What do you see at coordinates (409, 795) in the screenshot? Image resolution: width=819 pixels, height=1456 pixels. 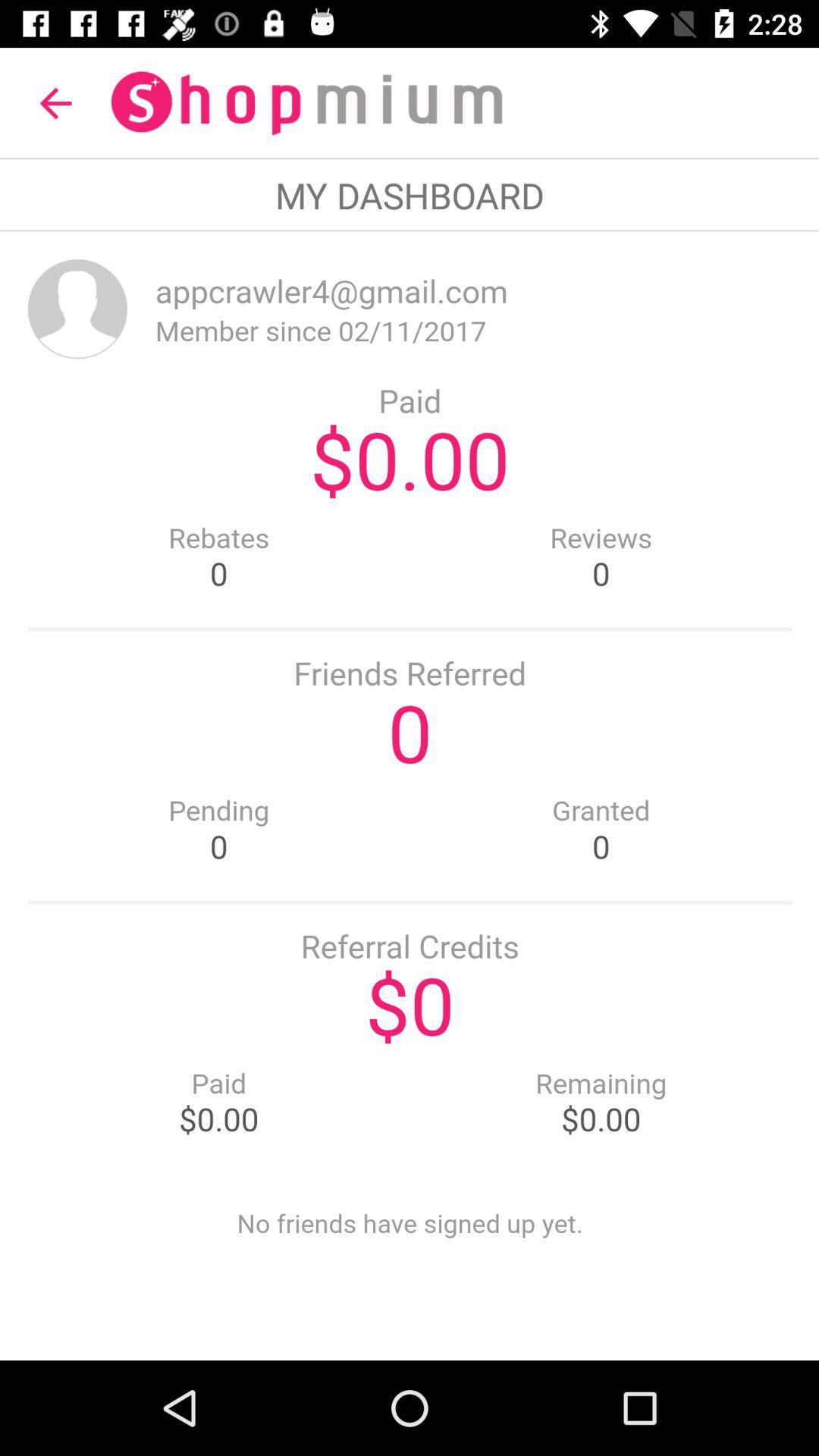 I see `account summary dashboard` at bounding box center [409, 795].